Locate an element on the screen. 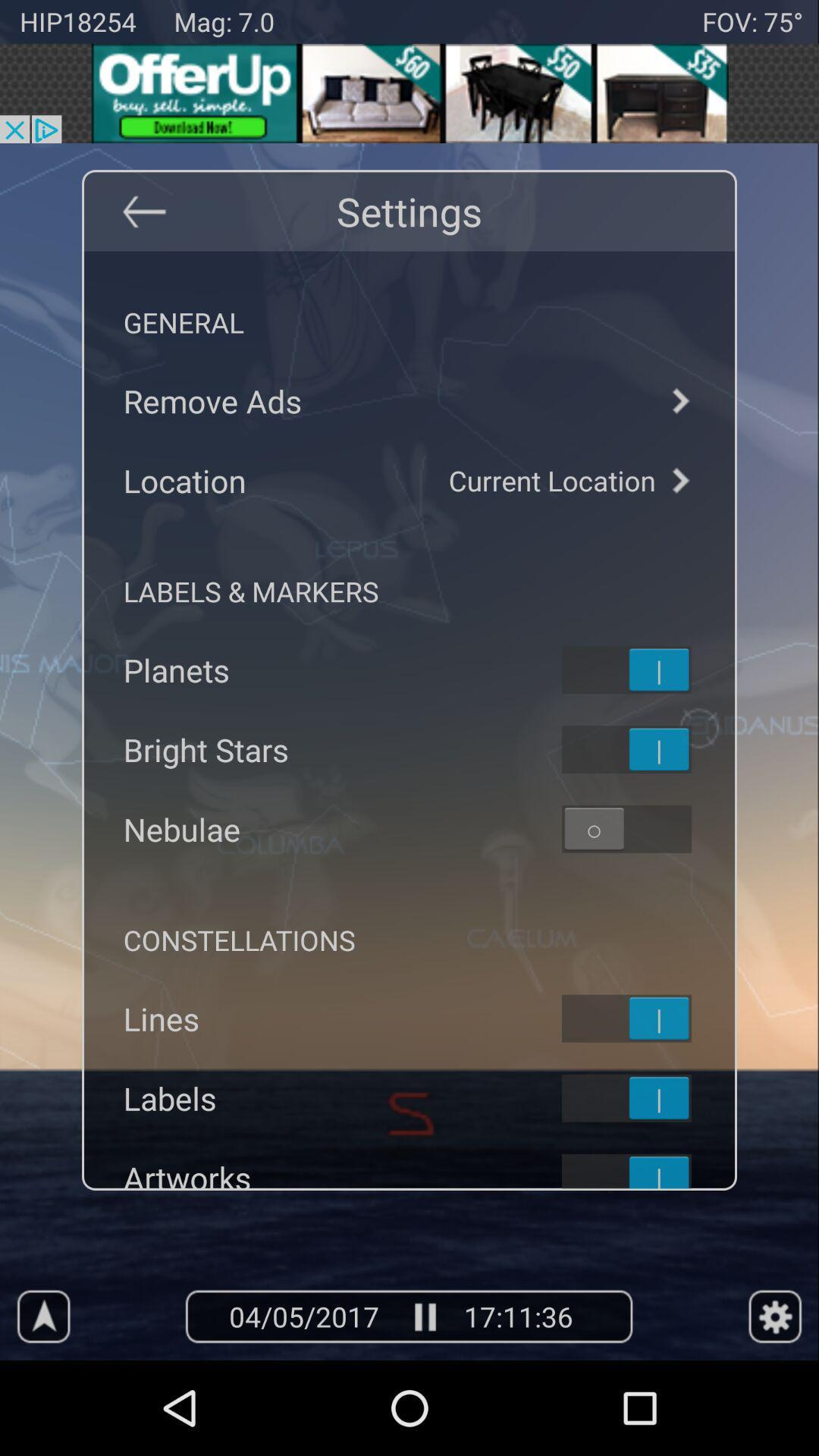  planets label is located at coordinates (646, 669).